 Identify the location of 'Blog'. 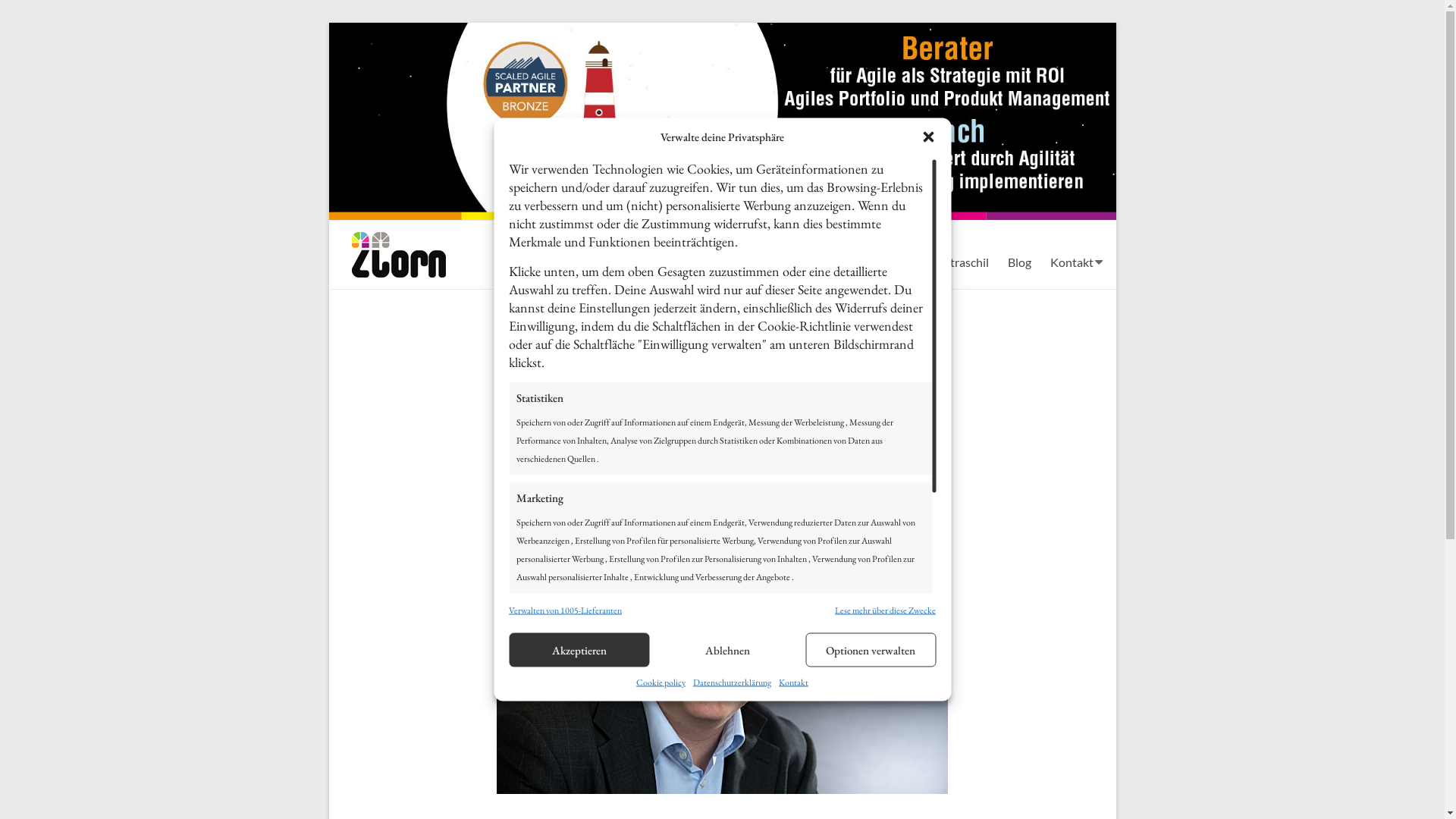
(1018, 260).